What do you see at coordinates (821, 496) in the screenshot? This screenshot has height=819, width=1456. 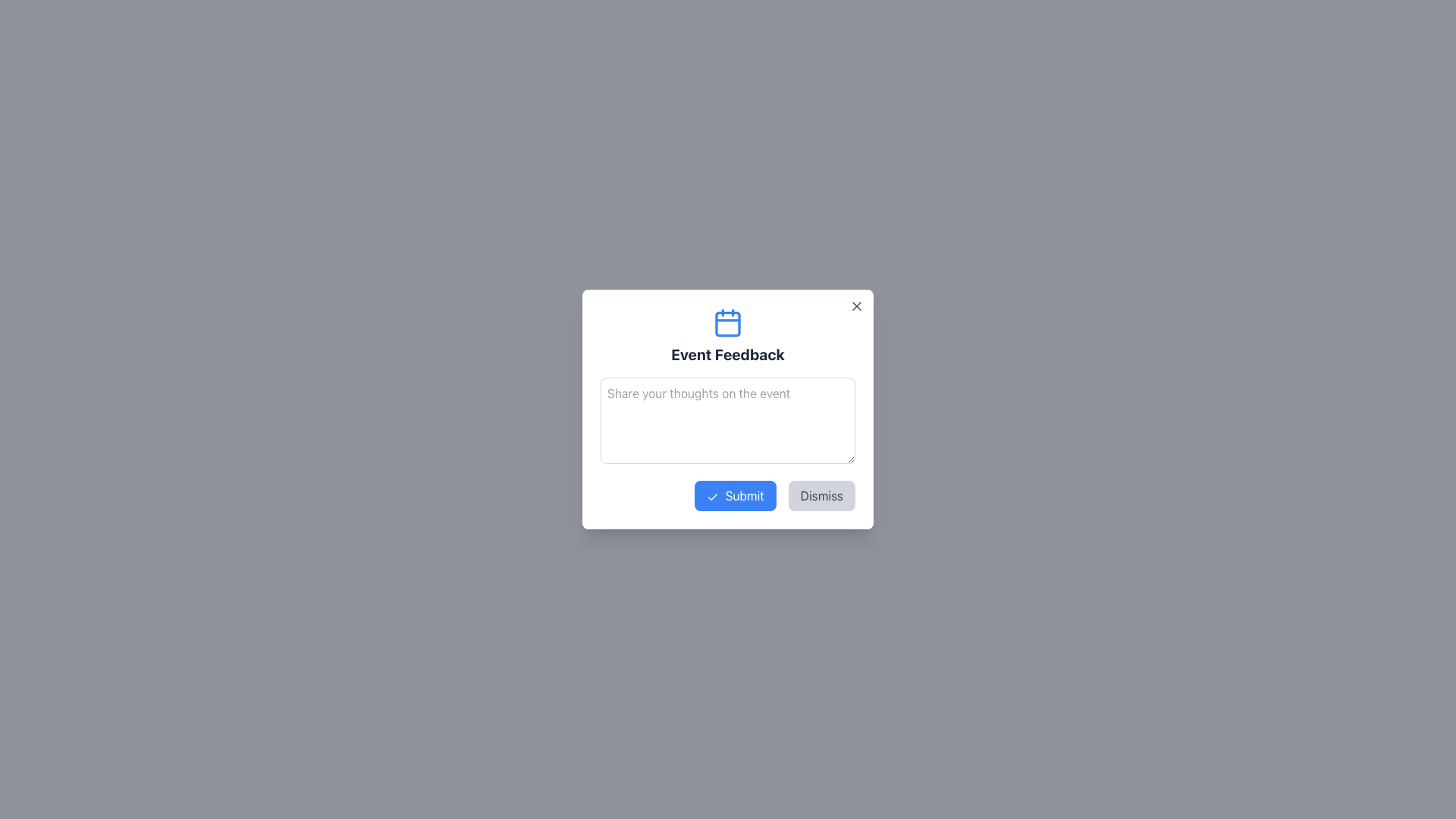 I see `the dismiss button located in the bottom-right corner of the modal dialog box` at bounding box center [821, 496].